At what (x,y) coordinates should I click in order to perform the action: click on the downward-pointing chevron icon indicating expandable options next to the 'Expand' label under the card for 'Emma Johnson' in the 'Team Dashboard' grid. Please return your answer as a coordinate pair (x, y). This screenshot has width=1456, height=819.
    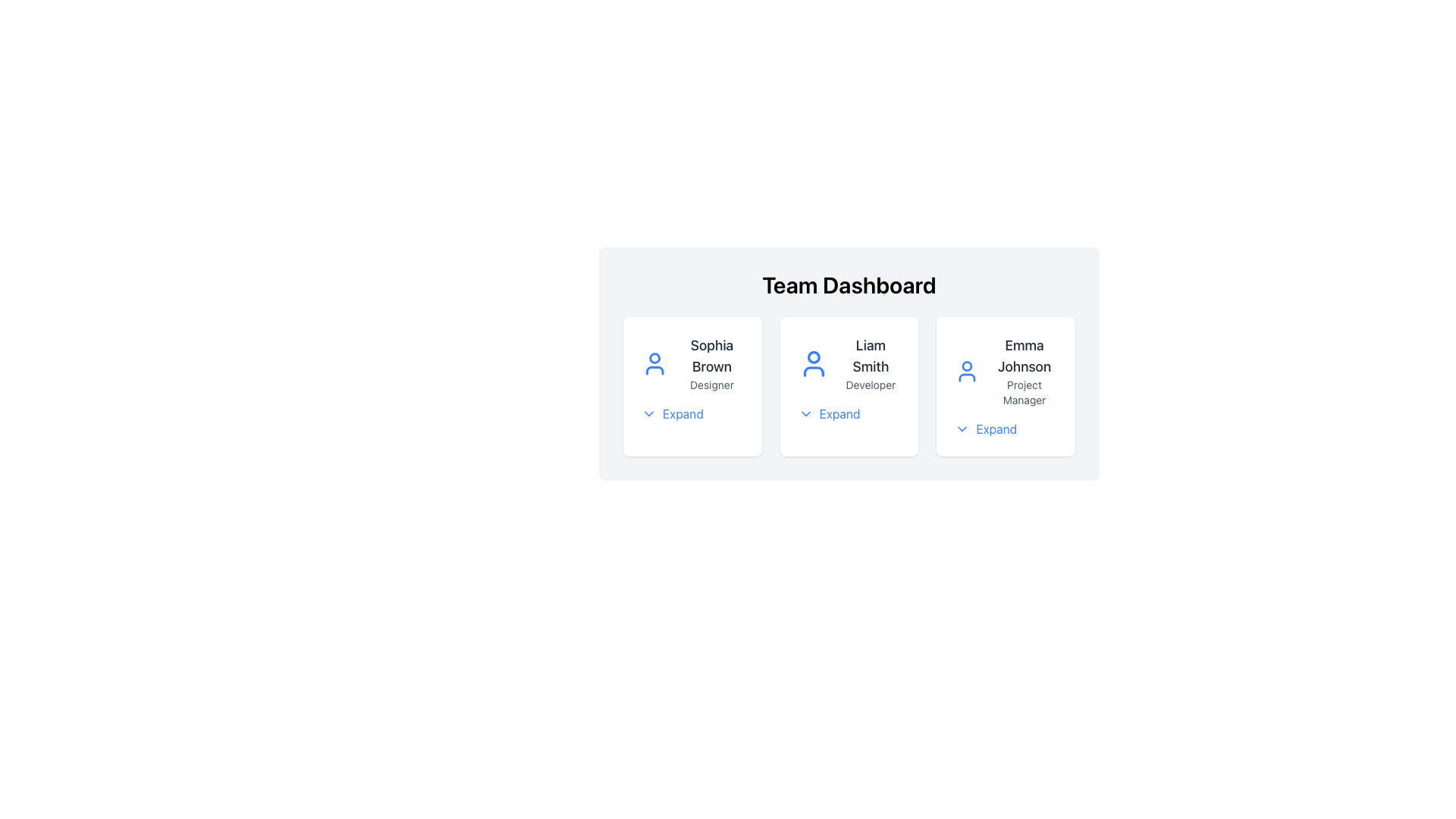
    Looking at the image, I should click on (962, 429).